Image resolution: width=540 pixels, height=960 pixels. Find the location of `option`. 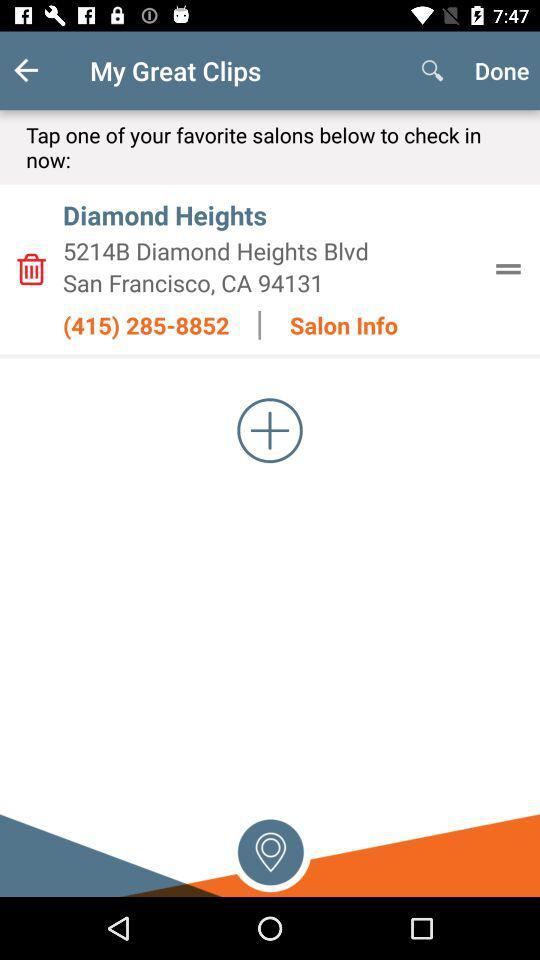

option is located at coordinates (270, 430).